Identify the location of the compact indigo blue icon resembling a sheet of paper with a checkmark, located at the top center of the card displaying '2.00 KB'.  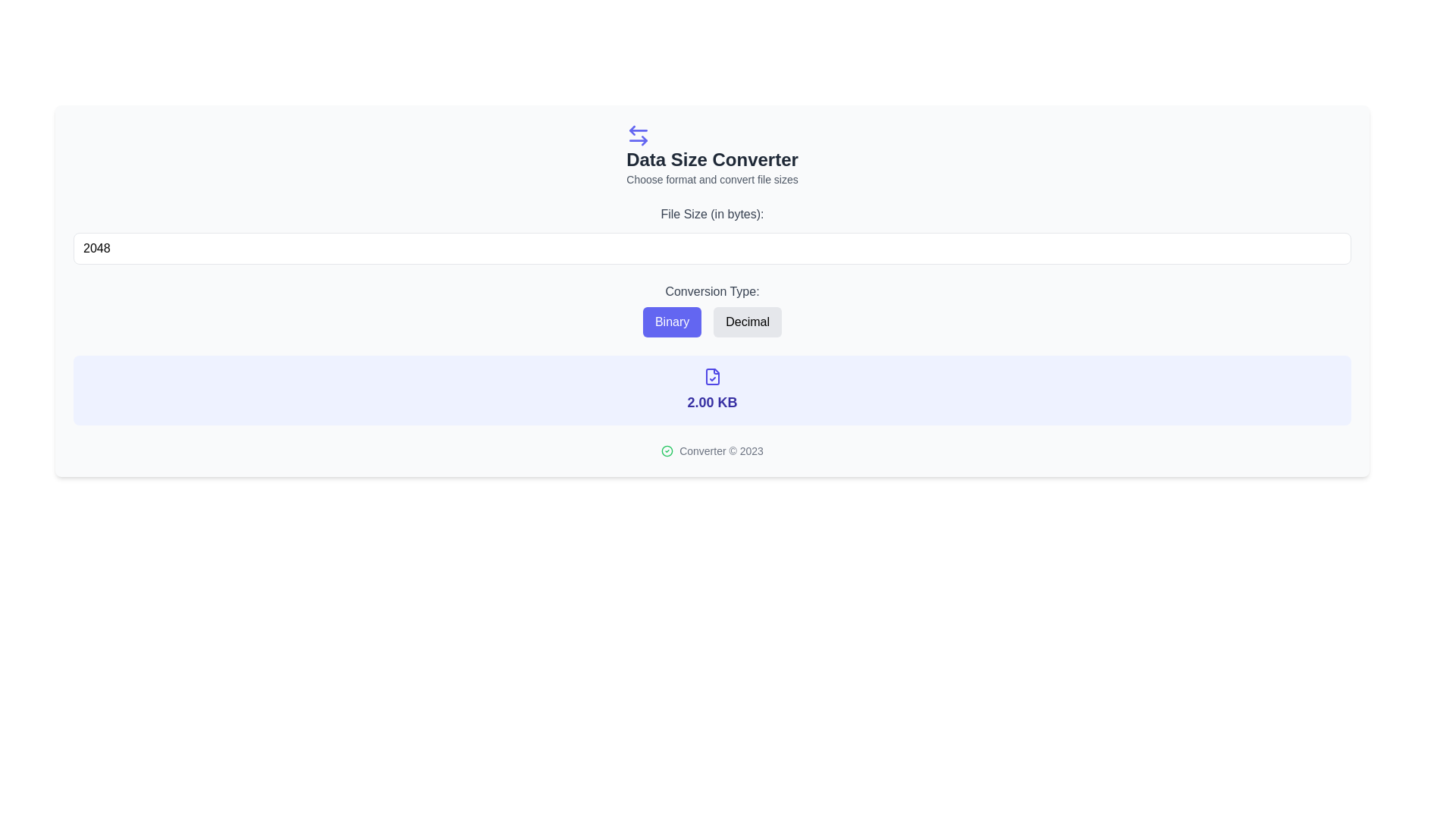
(711, 376).